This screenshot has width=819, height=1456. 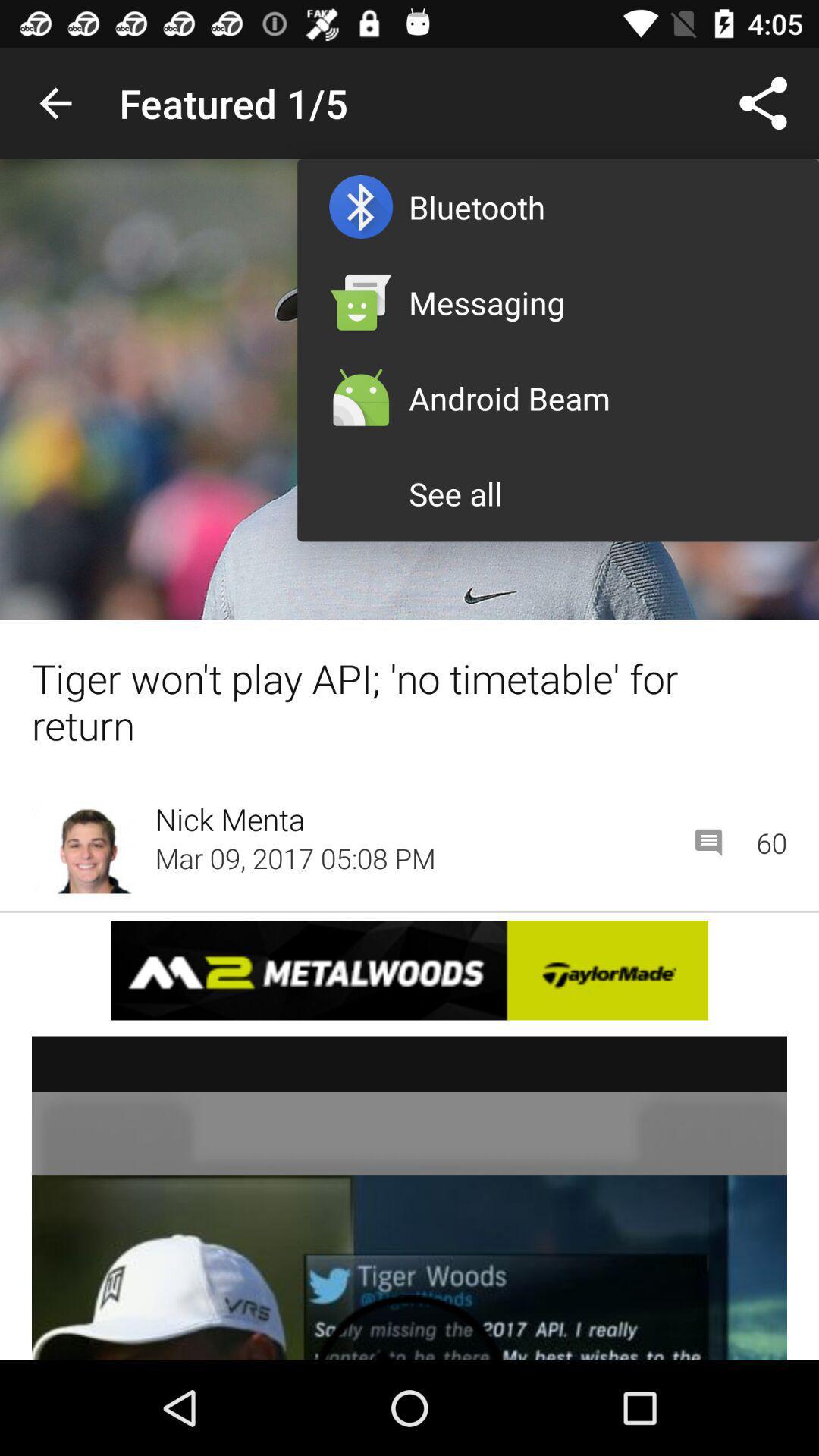 What do you see at coordinates (409, 1197) in the screenshot?
I see `the option` at bounding box center [409, 1197].